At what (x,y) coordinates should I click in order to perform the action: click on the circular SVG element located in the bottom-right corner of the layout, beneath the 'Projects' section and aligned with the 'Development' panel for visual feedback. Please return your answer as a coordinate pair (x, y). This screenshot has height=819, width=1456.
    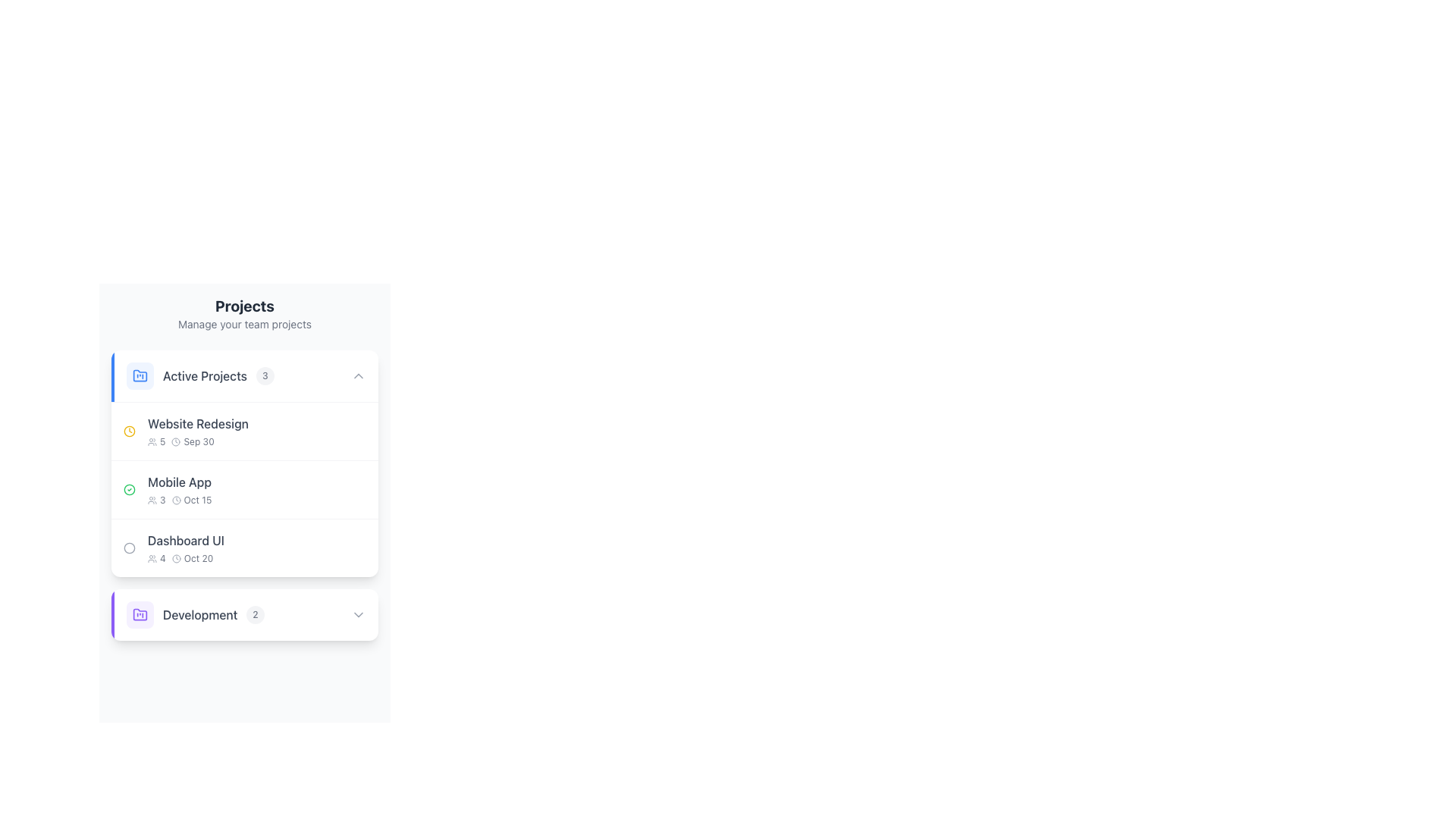
    Looking at the image, I should click on (355, 727).